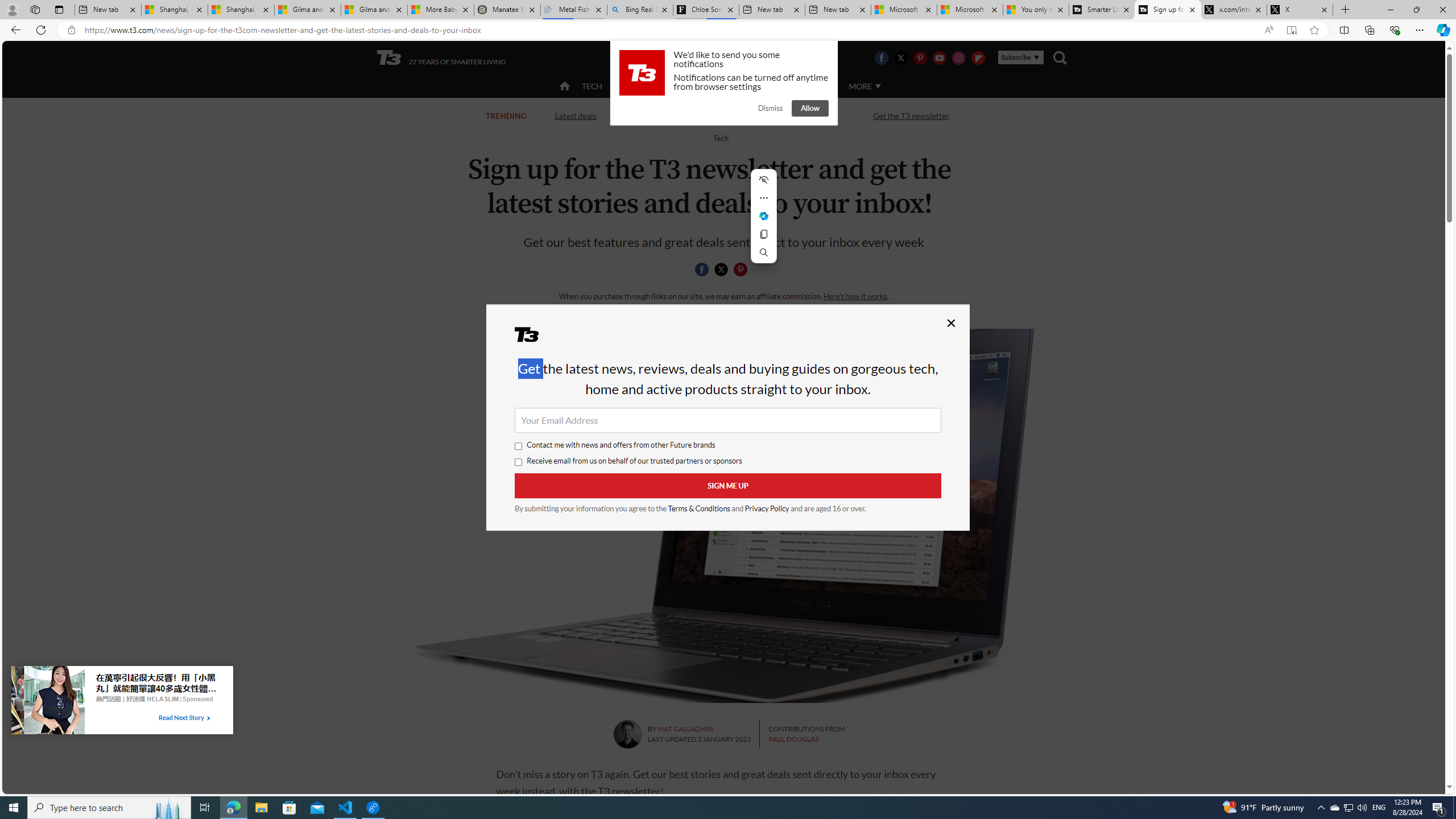  Describe the element at coordinates (208, 717) in the screenshot. I see `'Class: tbl-arrow-icon arrow-1'` at that location.